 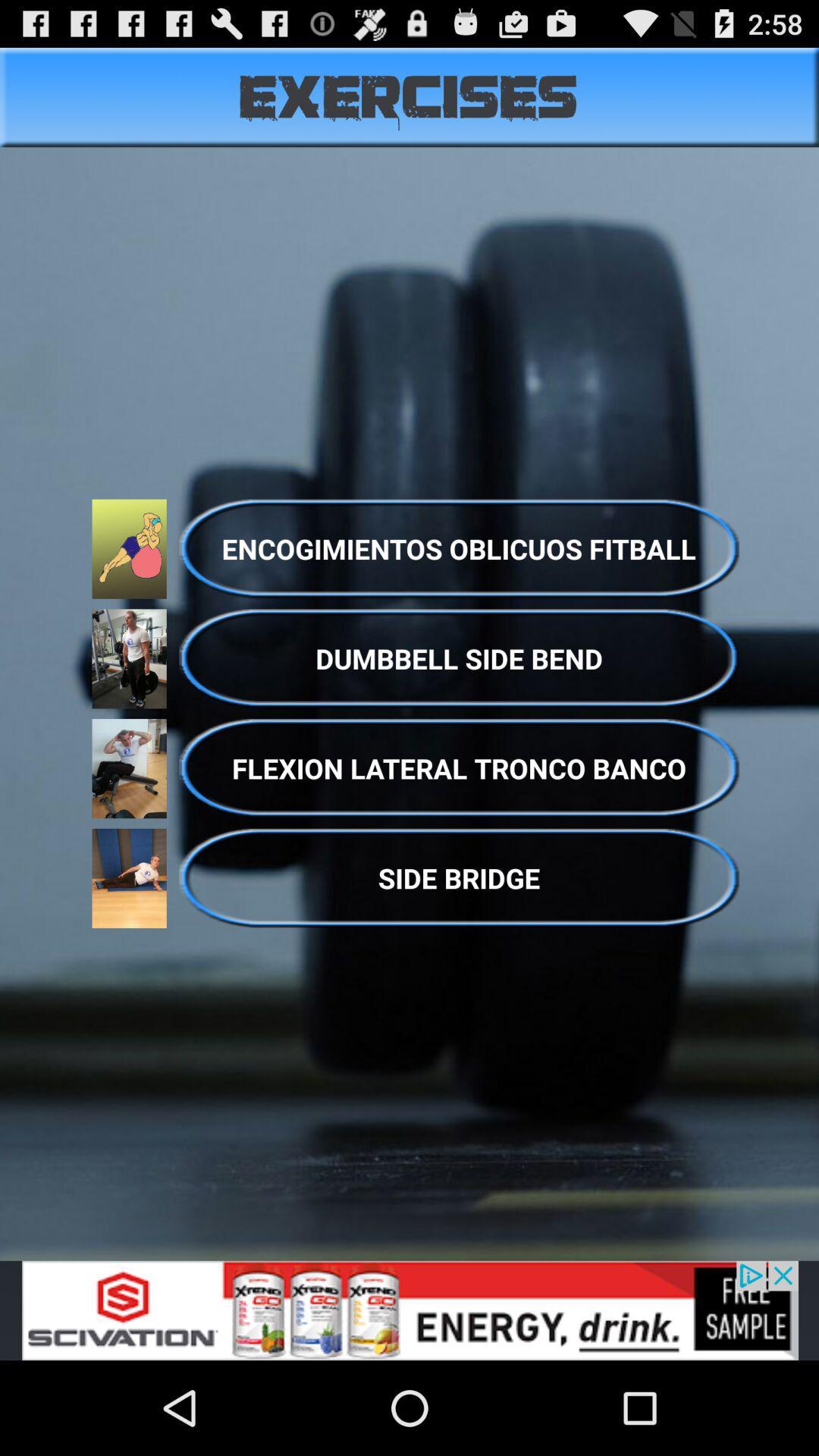 I want to click on banner, so click(x=409, y=1310).